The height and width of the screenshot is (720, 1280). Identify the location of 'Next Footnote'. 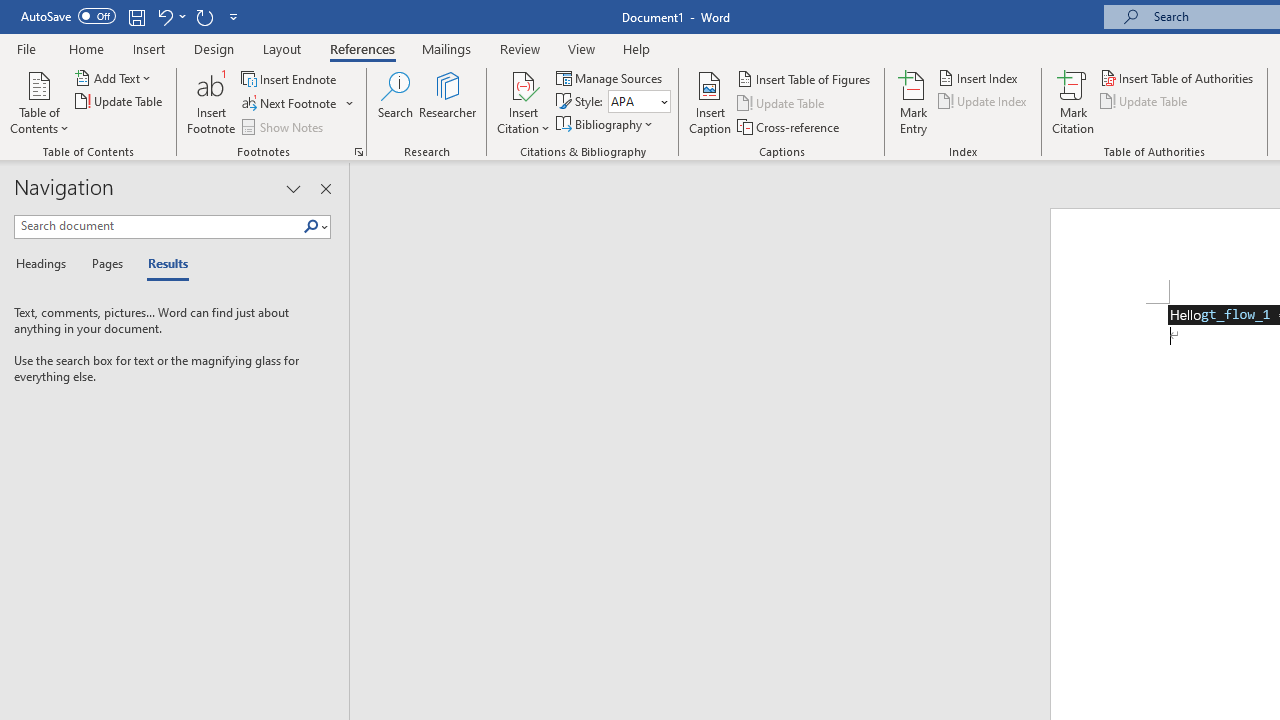
(297, 103).